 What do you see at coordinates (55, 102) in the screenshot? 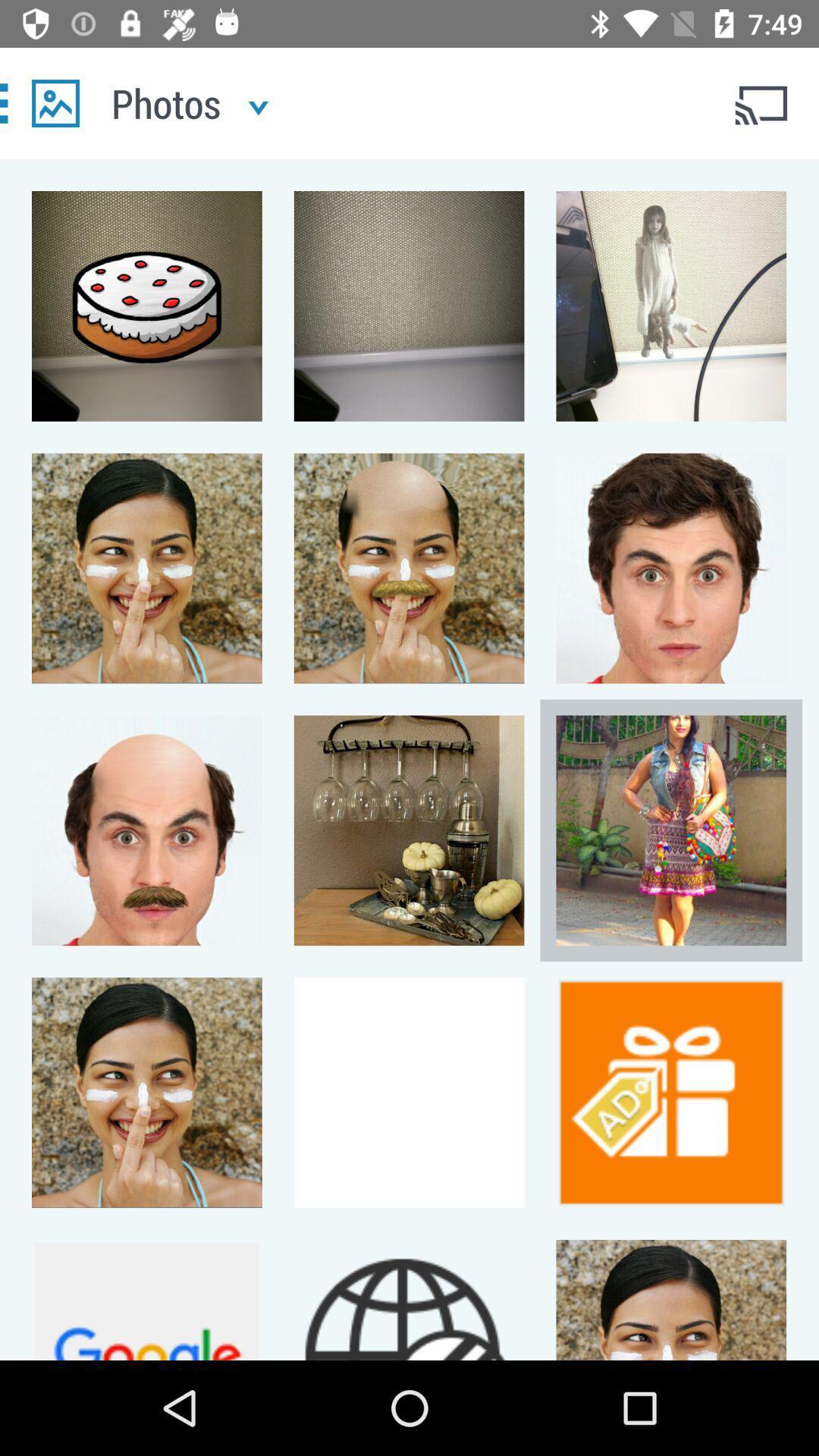
I see `gallery icon` at bounding box center [55, 102].